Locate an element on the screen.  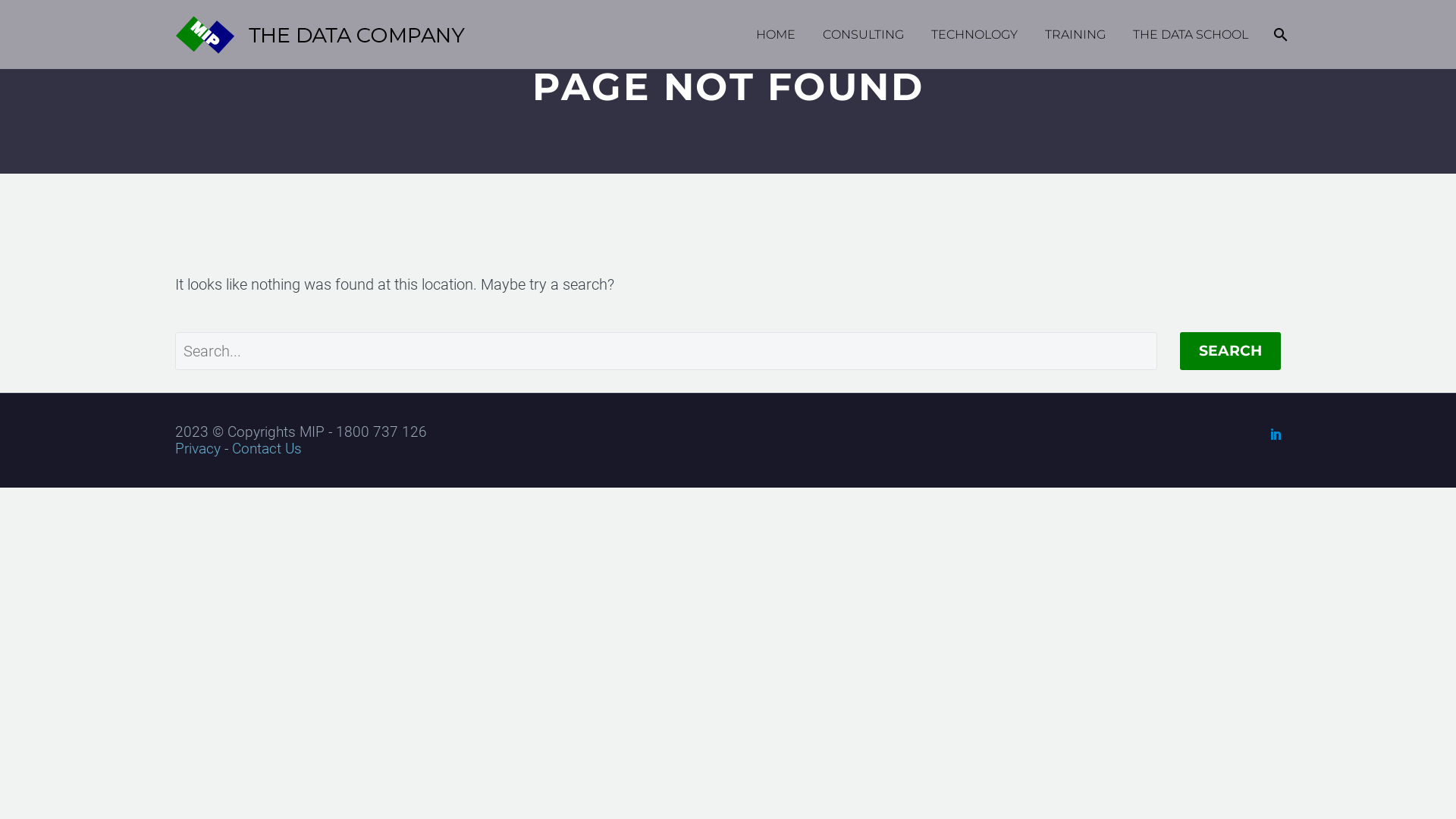
'Privacy' is located at coordinates (196, 447).